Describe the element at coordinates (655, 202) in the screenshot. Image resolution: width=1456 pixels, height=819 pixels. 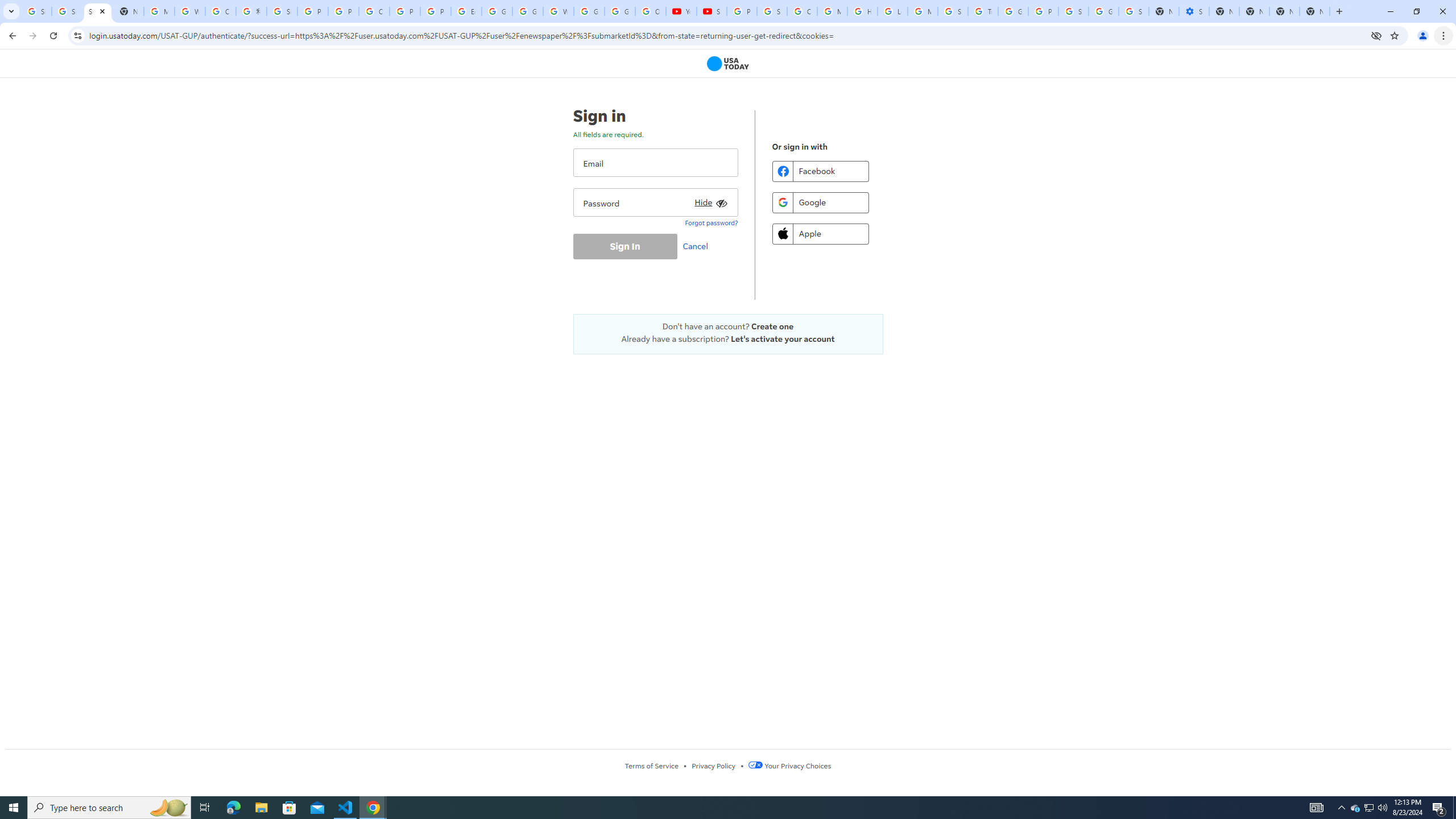
I see `'Enter Password'` at that location.